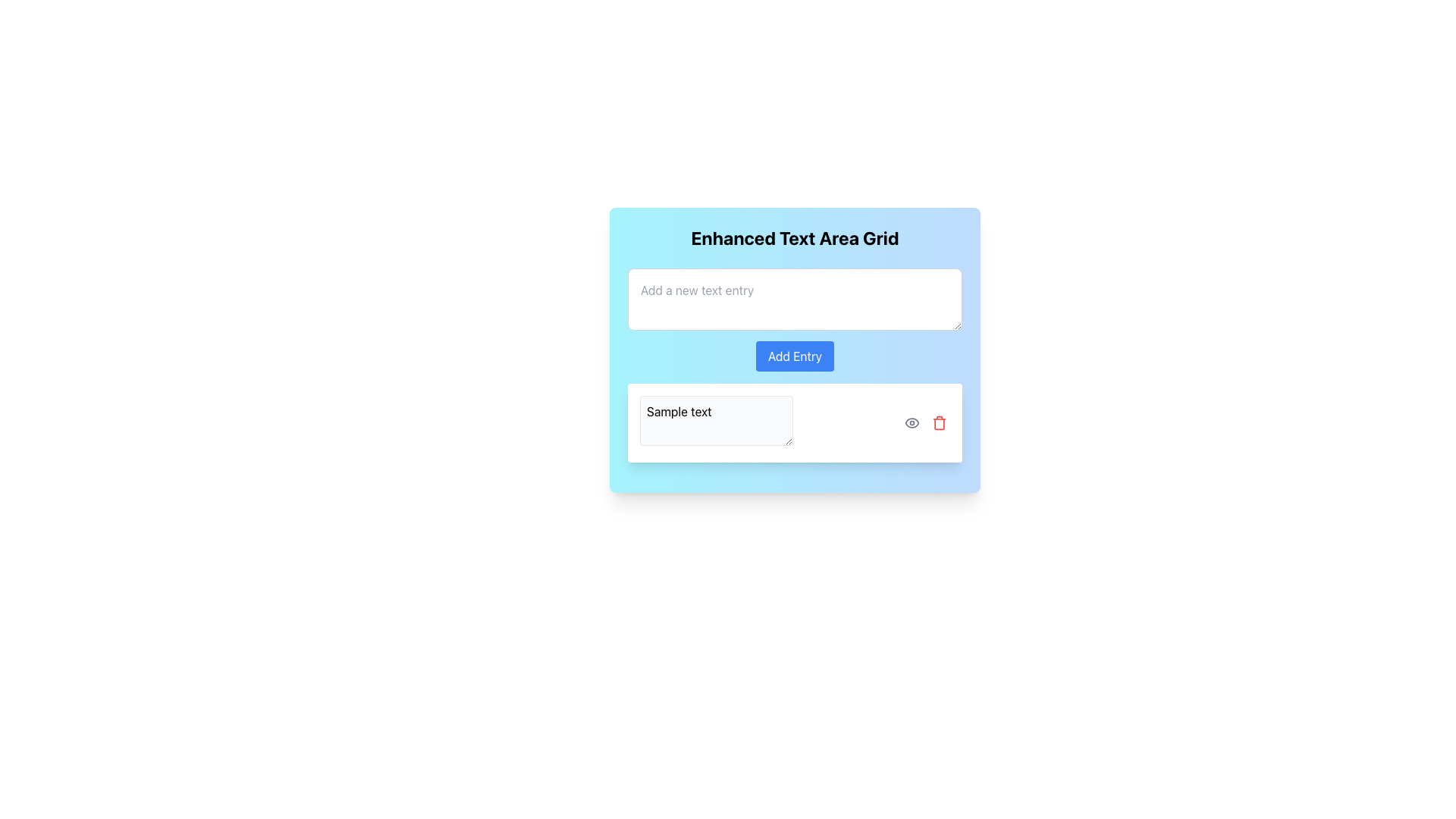  Describe the element at coordinates (912, 423) in the screenshot. I see `the visibility toggle button located beneath the 'Sample text' entry, which is the leftmost icon among two icon buttons` at that location.